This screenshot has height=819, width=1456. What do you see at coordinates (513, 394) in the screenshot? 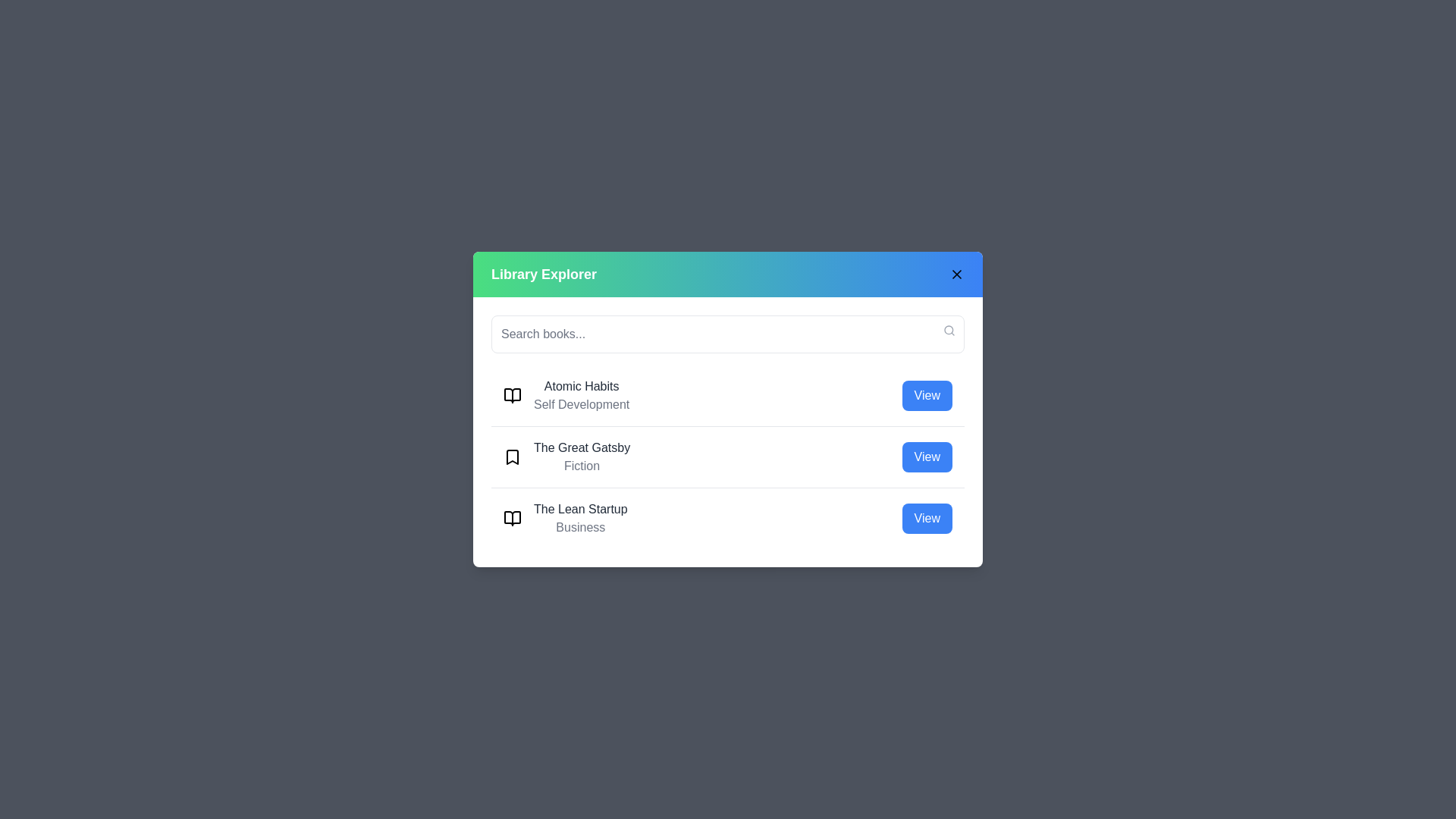
I see `the book icon for Atomic Habits to interact with it` at bounding box center [513, 394].